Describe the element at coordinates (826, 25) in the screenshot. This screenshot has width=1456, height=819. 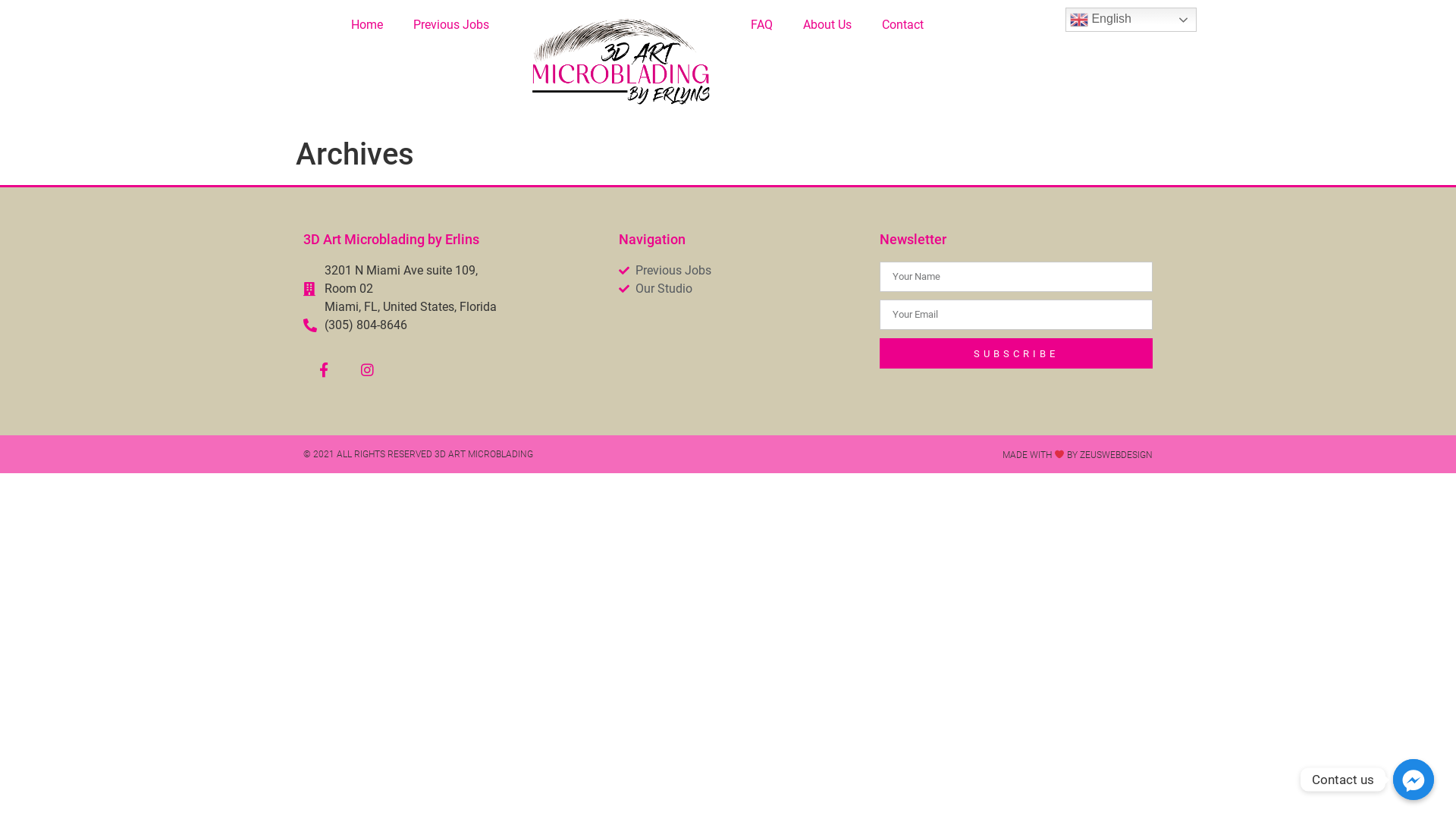
I see `'About Us'` at that location.